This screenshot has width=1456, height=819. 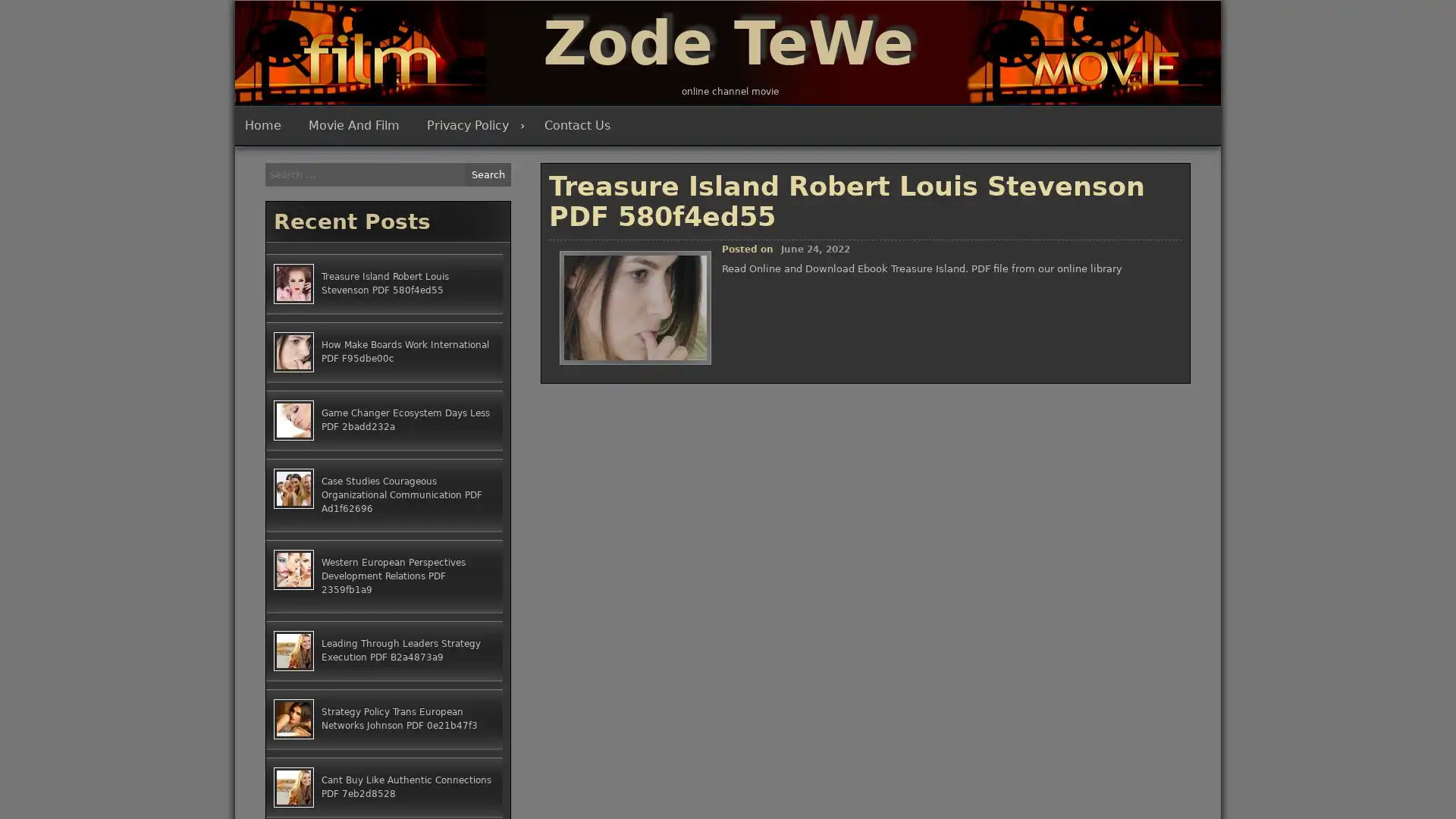 What do you see at coordinates (488, 174) in the screenshot?
I see `Search` at bounding box center [488, 174].